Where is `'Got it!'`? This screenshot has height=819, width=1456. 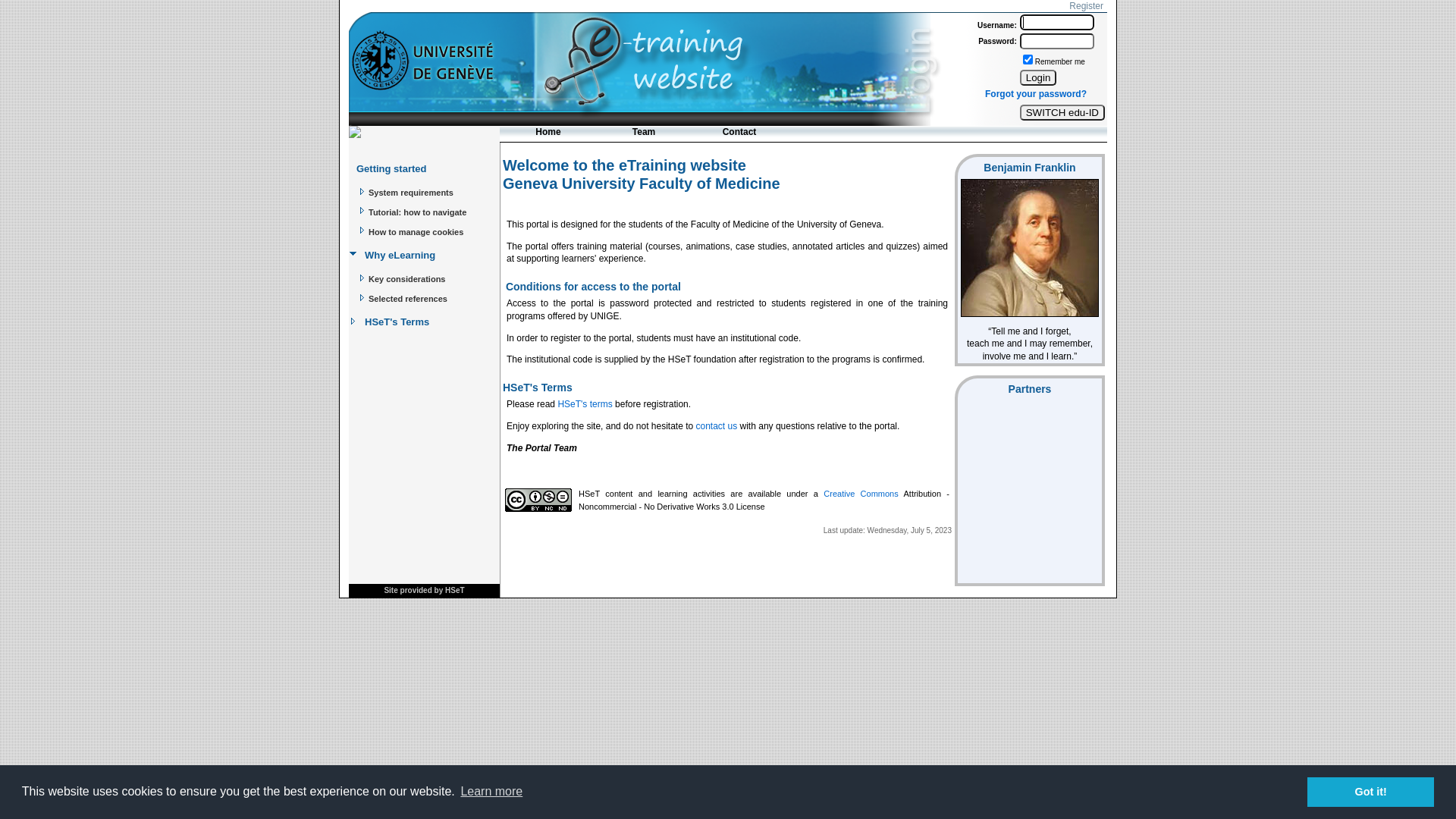
'Got it!' is located at coordinates (1306, 791).